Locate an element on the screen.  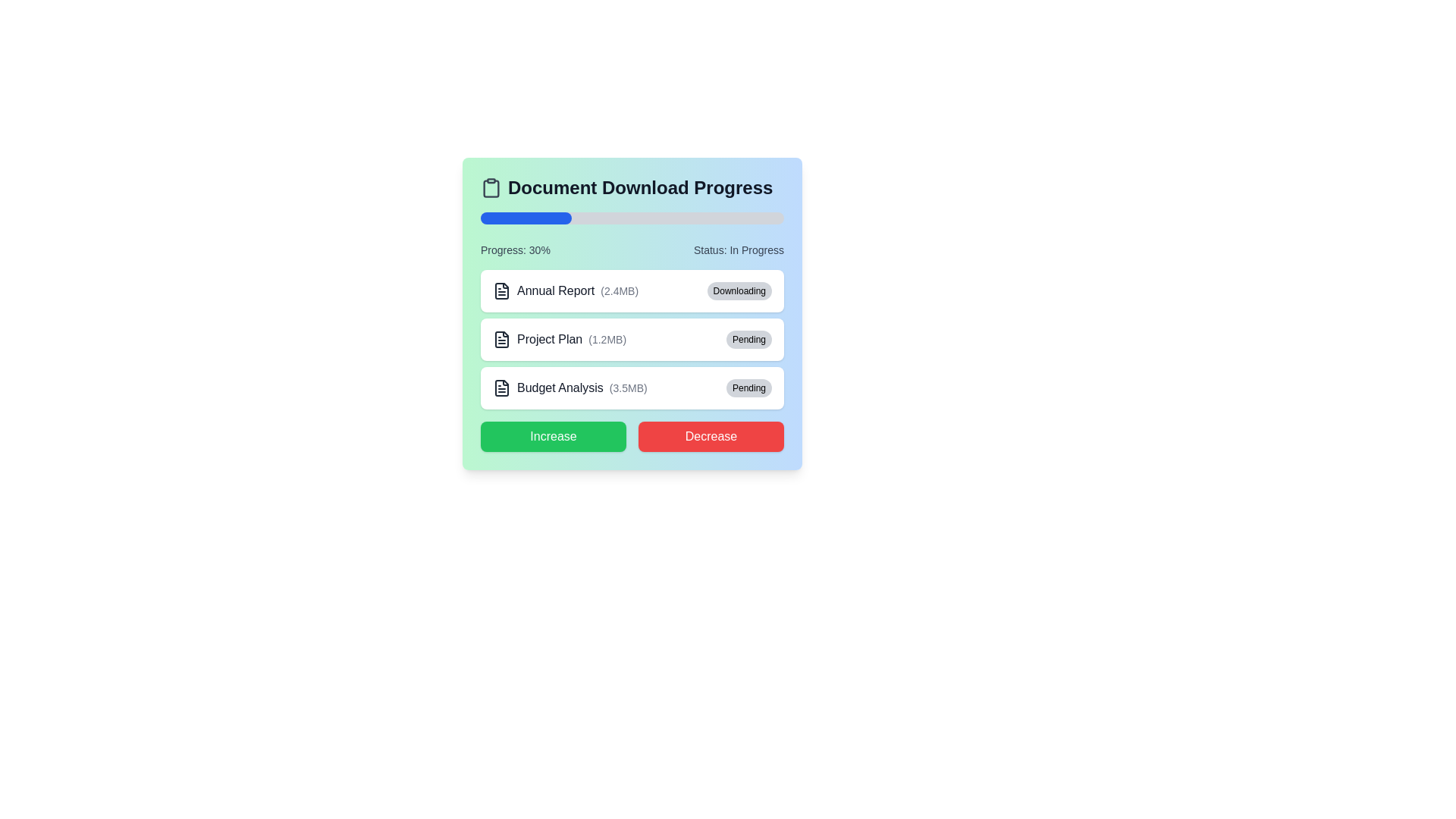
the static text label for 'Budget Analysis', which is centrally-aligned in the third row of a vertical list, following 'Annual Report' and 'Project Plan' is located at coordinates (560, 388).